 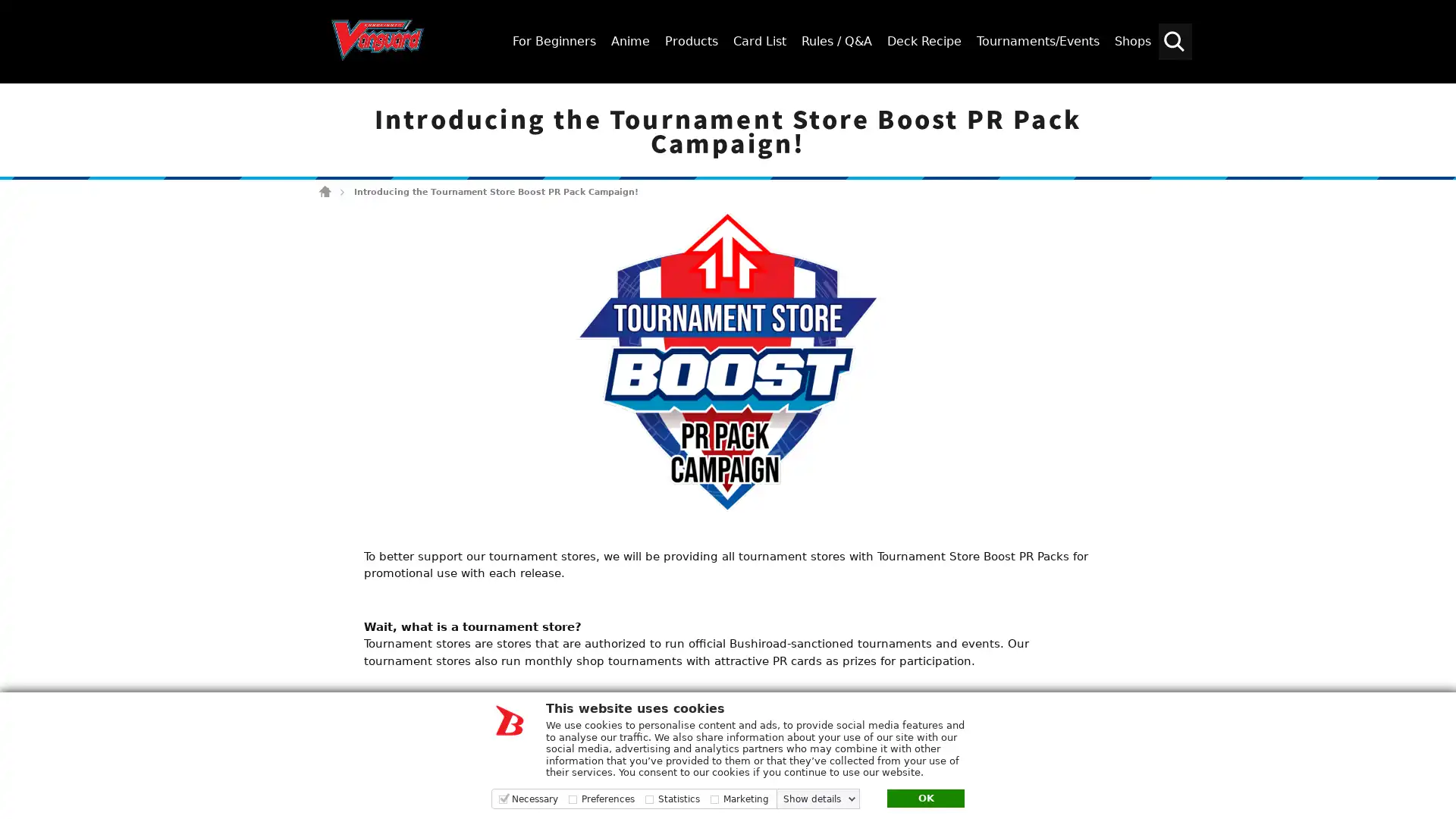 I want to click on Search, so click(x=1437, y=96).